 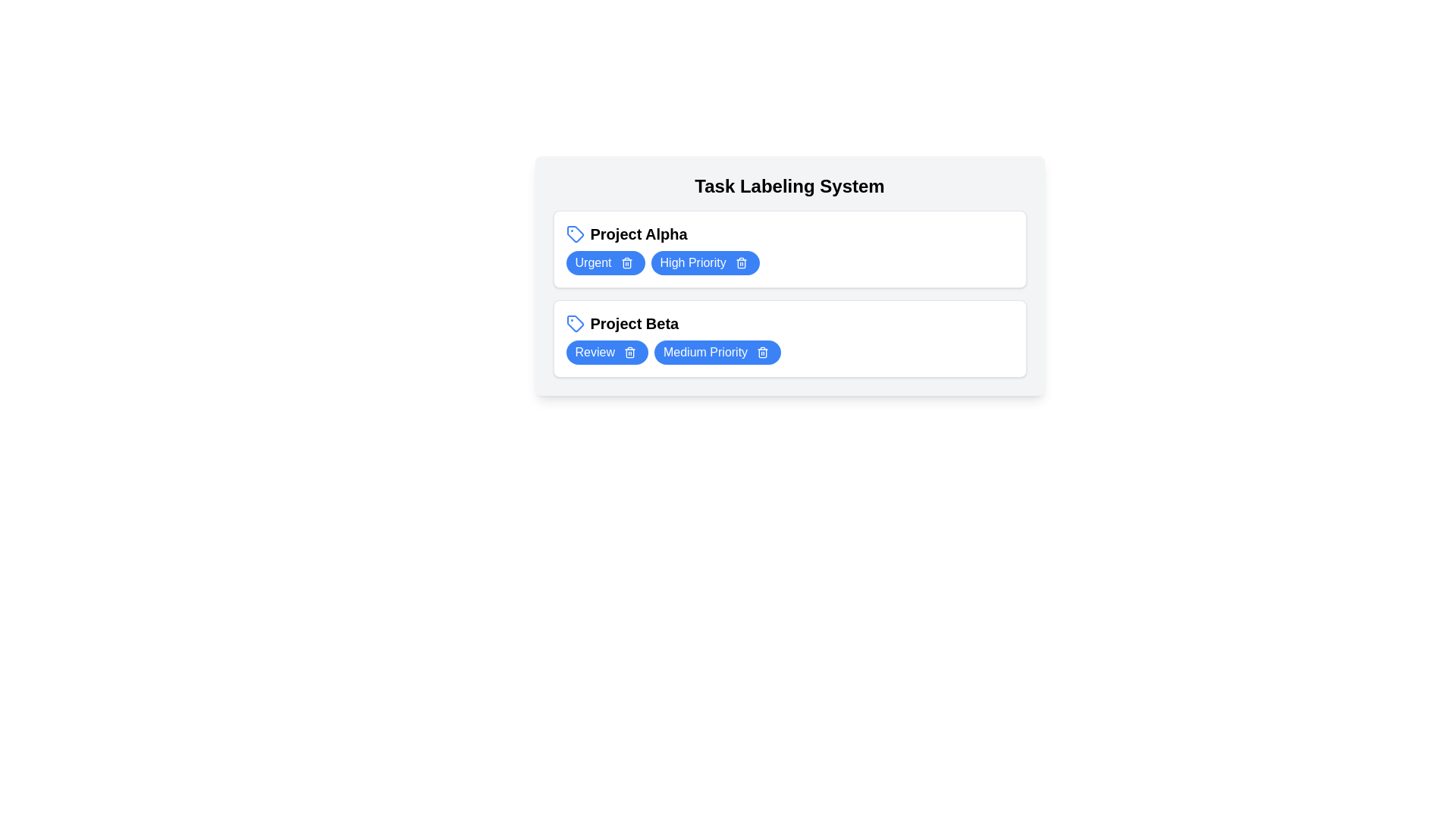 What do you see at coordinates (629, 353) in the screenshot?
I see `the trash icon associated with the tag Review in project Project Beta` at bounding box center [629, 353].